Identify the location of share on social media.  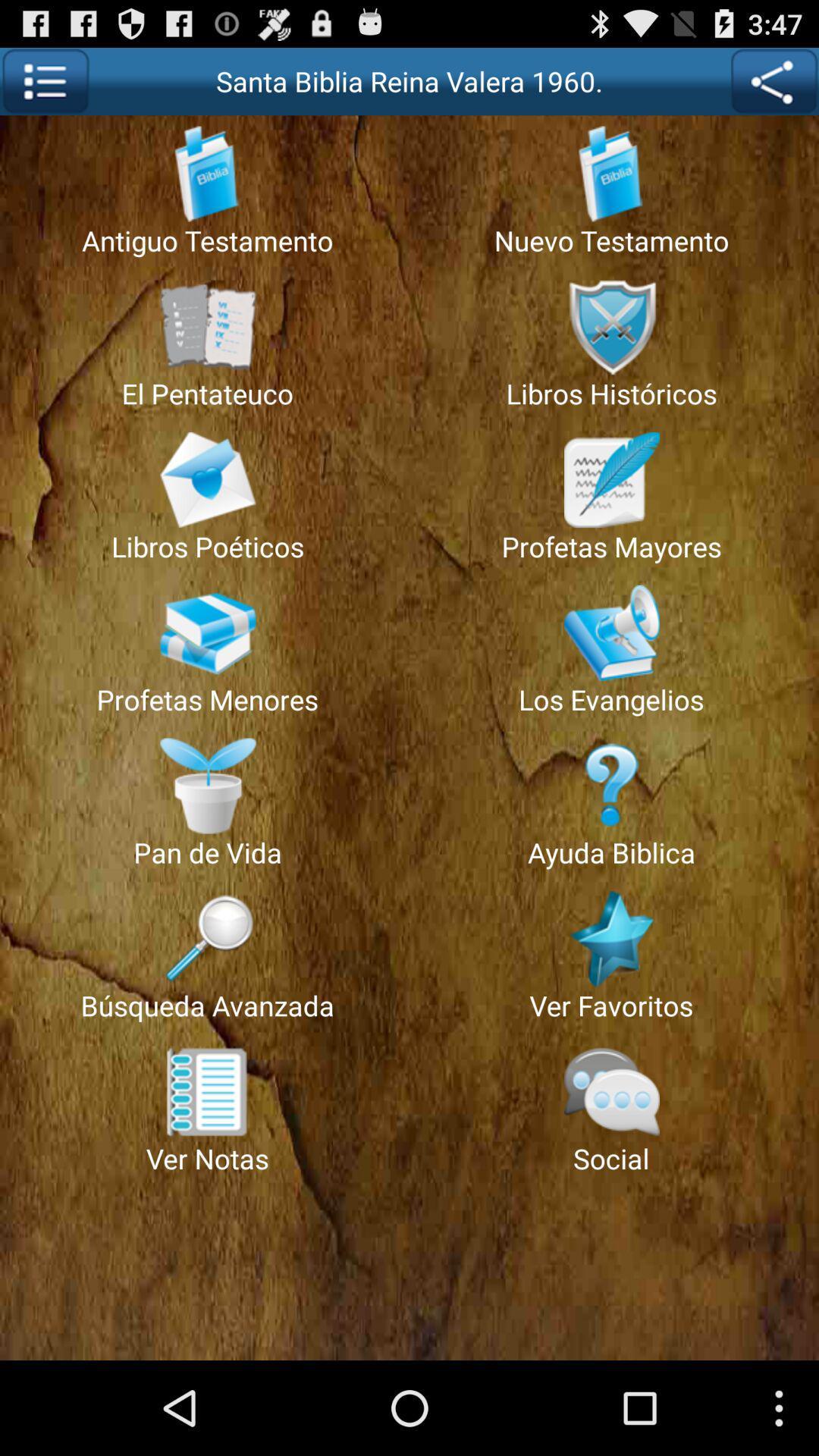
(773, 80).